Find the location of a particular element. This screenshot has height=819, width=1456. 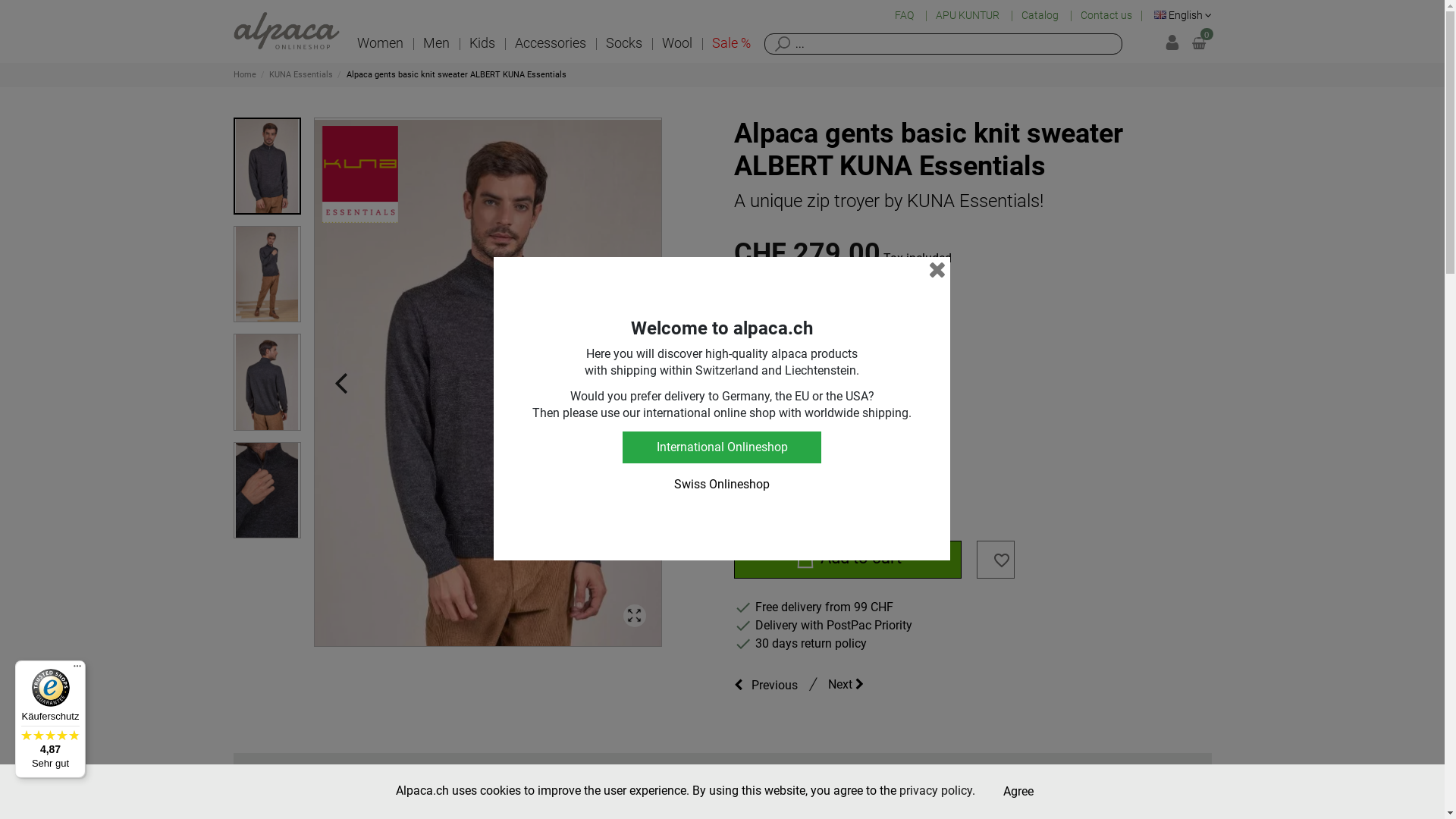

'Home' is located at coordinates (246, 74).